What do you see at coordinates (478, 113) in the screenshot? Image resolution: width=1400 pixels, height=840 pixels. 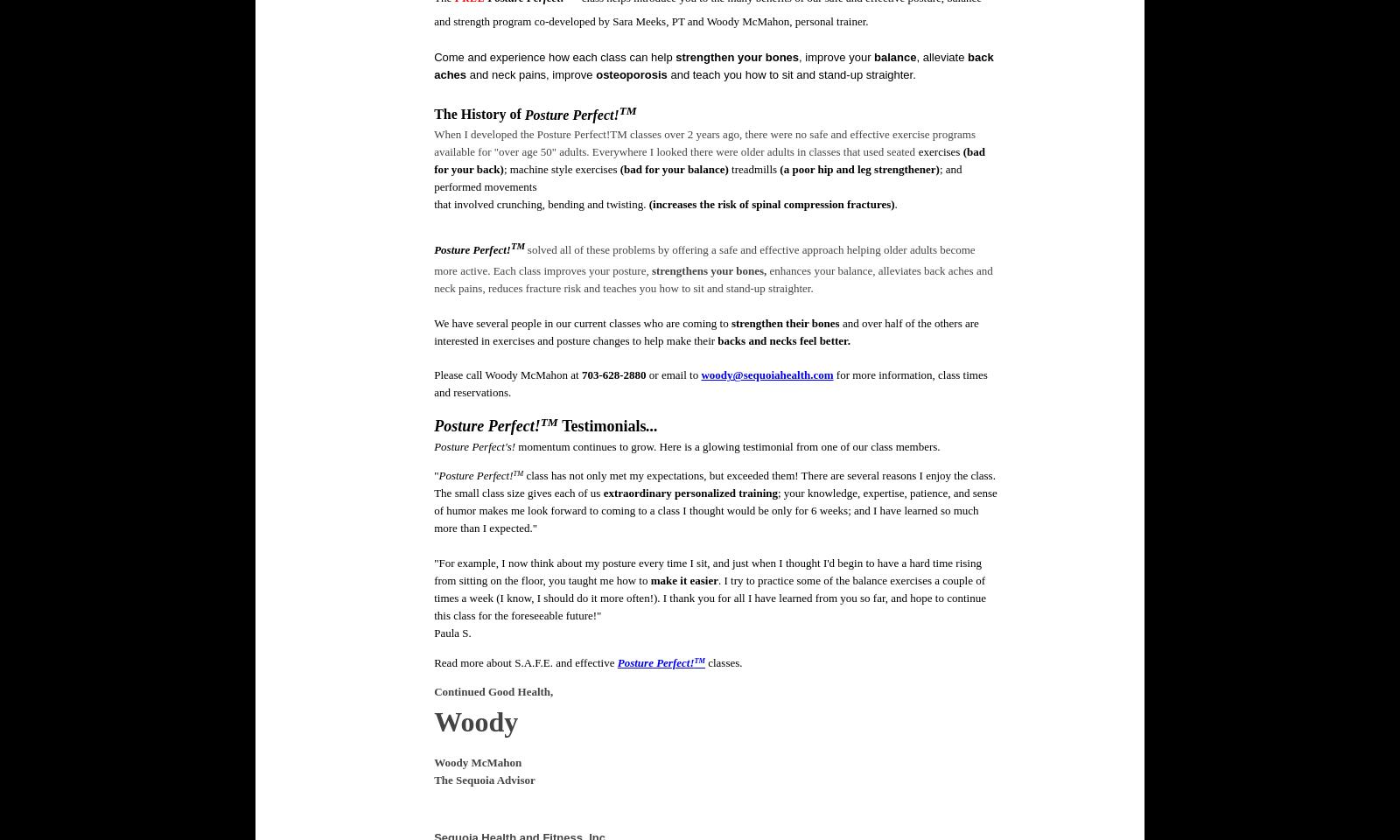 I see `'The History of'` at bounding box center [478, 113].